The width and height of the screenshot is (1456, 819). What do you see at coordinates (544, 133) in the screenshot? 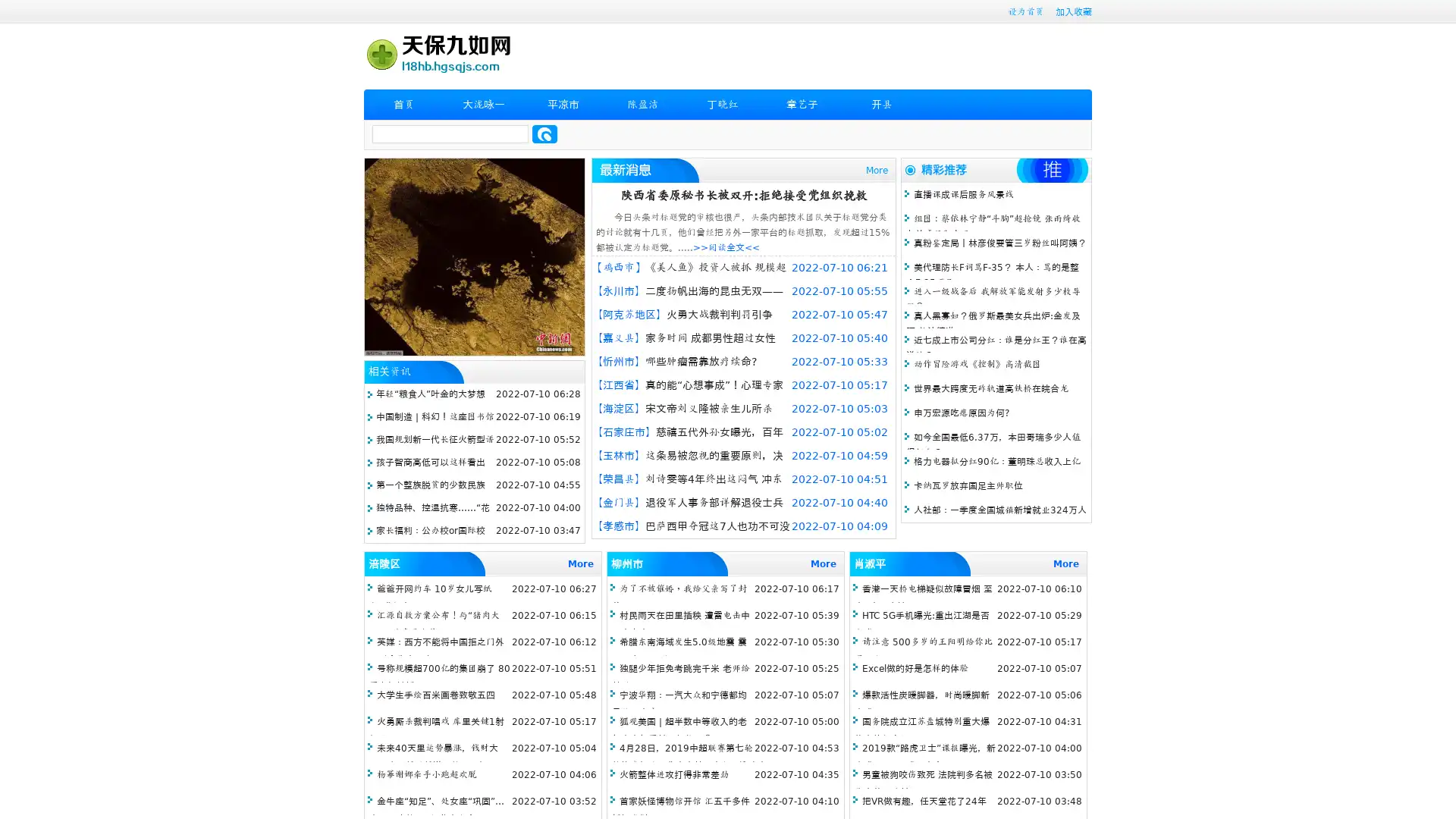
I see `Search` at bounding box center [544, 133].